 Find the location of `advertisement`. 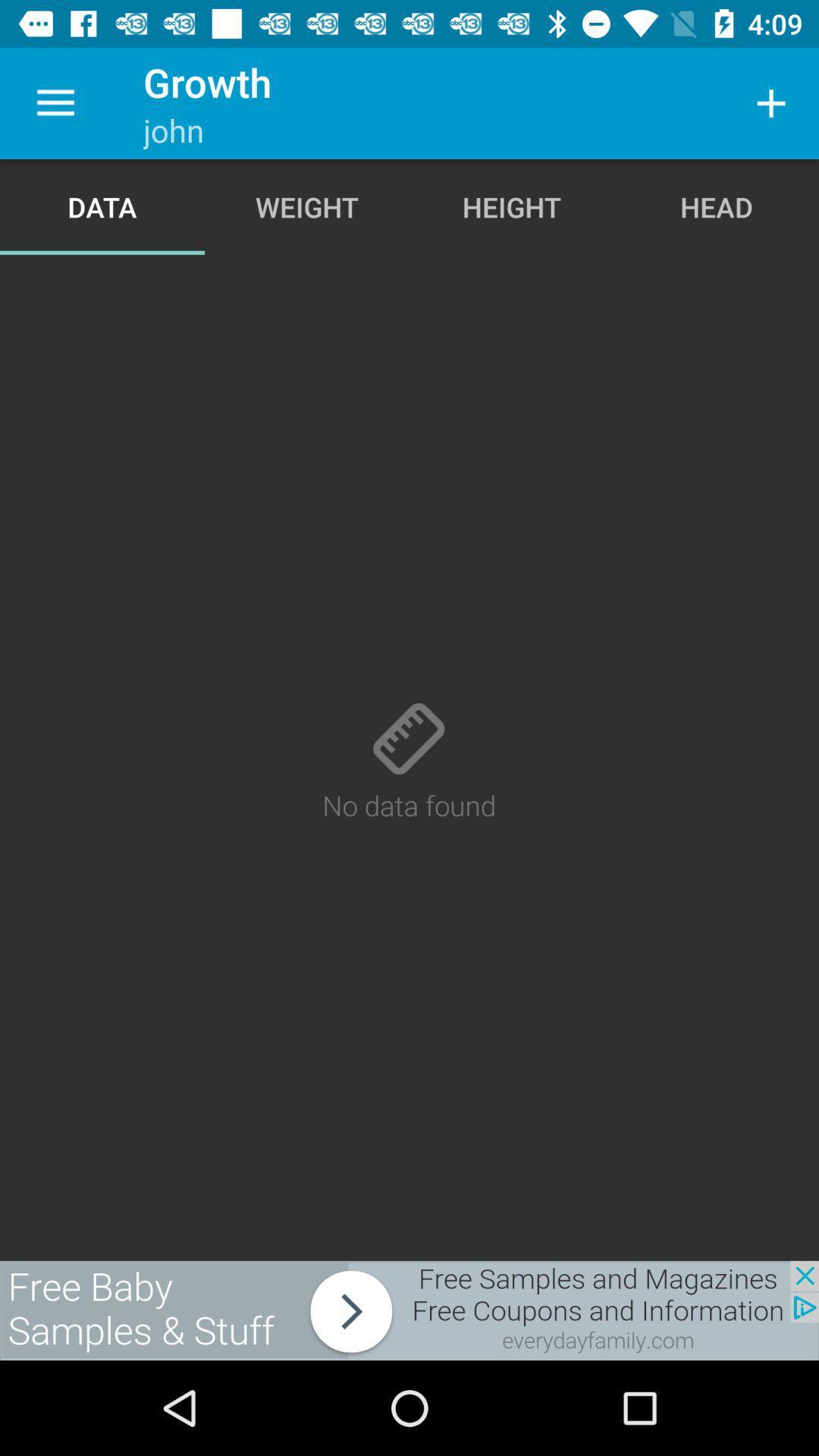

advertisement is located at coordinates (409, 1310).